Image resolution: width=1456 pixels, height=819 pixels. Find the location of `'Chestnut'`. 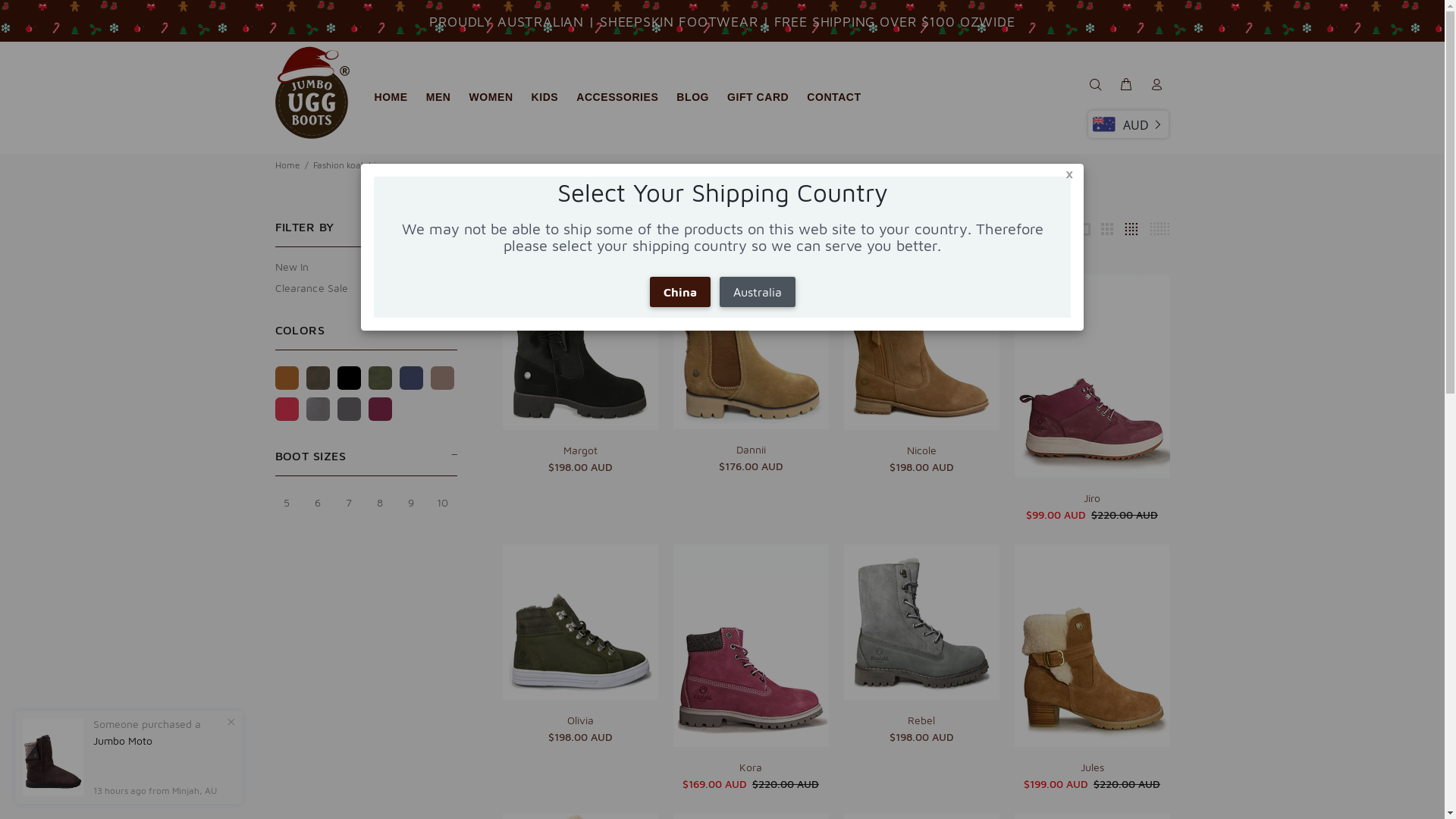

'Chestnut' is located at coordinates (274, 376).